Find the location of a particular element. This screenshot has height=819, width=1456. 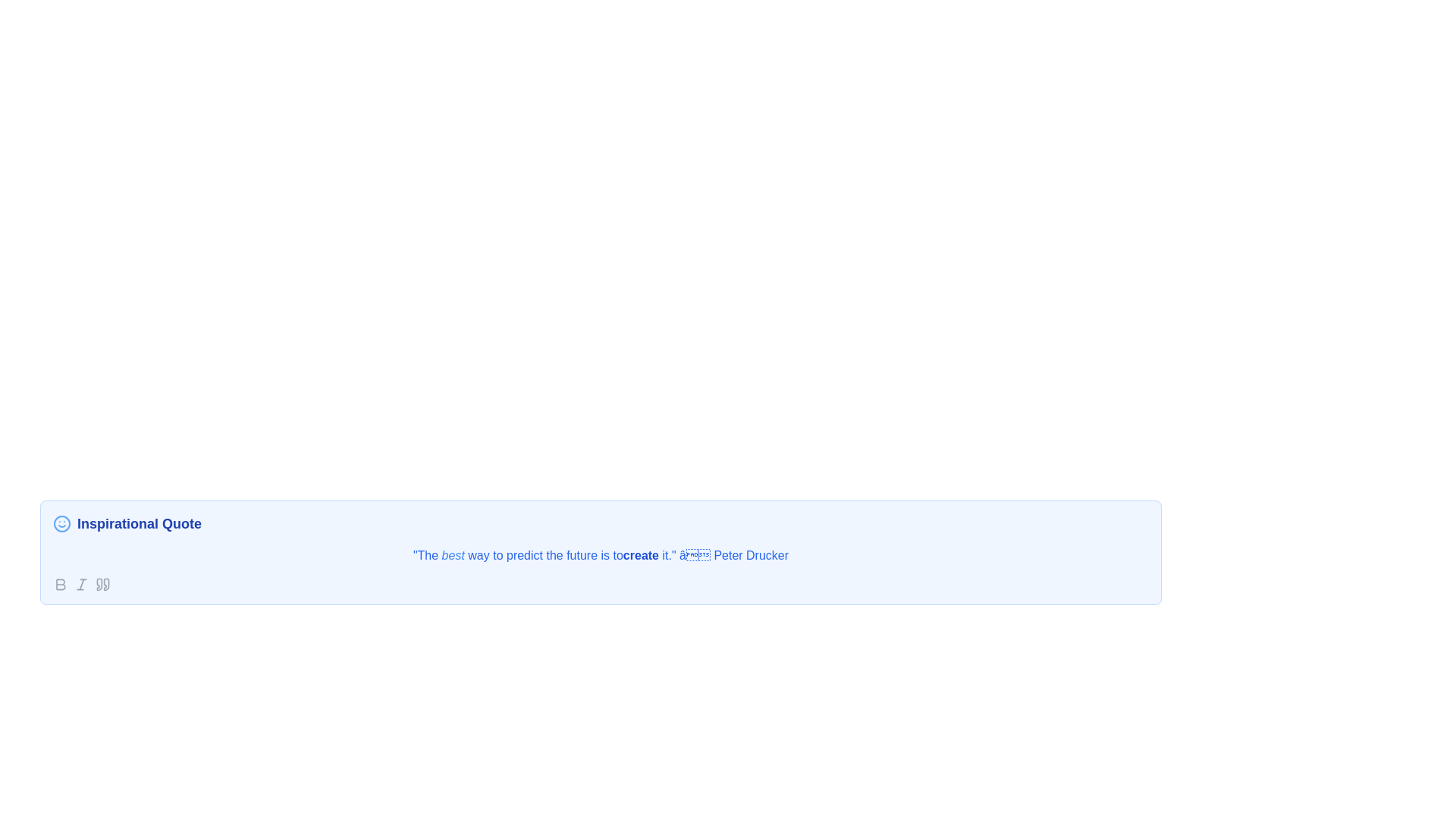

the text element that emphasizes the word 'best' in the quote 'The best way to predict the future...' is located at coordinates (452, 555).